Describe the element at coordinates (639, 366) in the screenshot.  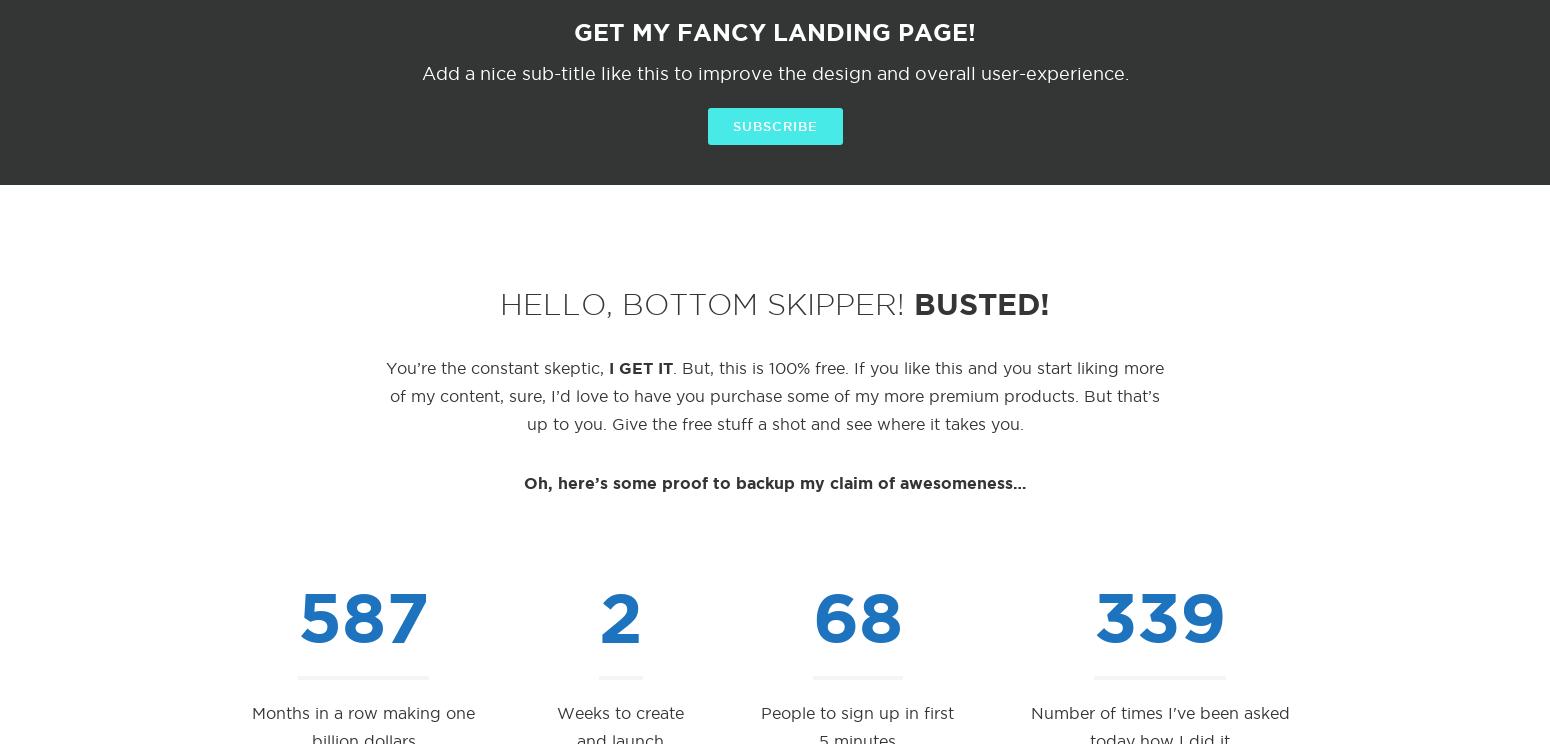
I see `'I GET IT'` at that location.